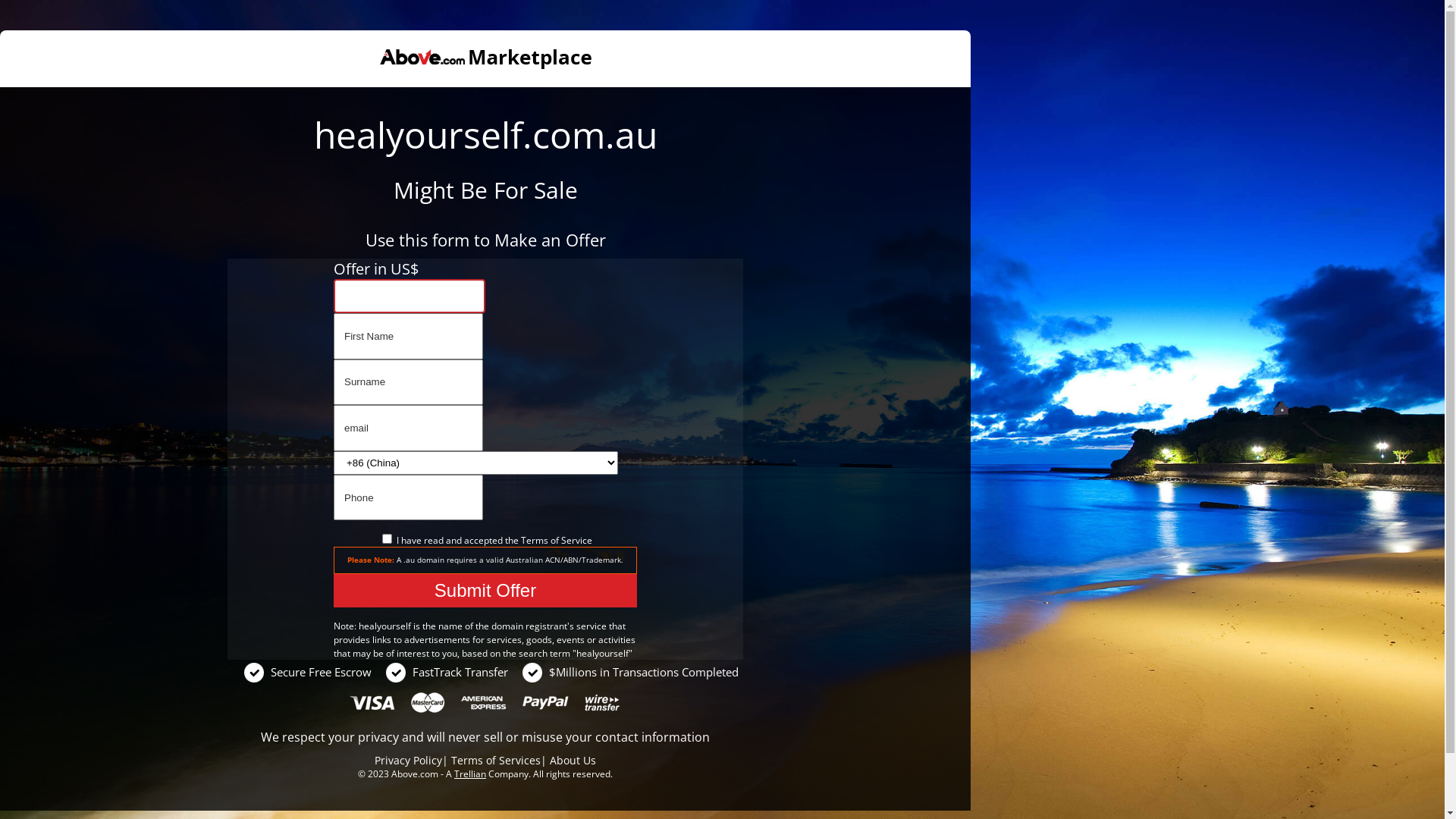 The height and width of the screenshot is (819, 1456). What do you see at coordinates (484, 590) in the screenshot?
I see `'Submit Offer'` at bounding box center [484, 590].